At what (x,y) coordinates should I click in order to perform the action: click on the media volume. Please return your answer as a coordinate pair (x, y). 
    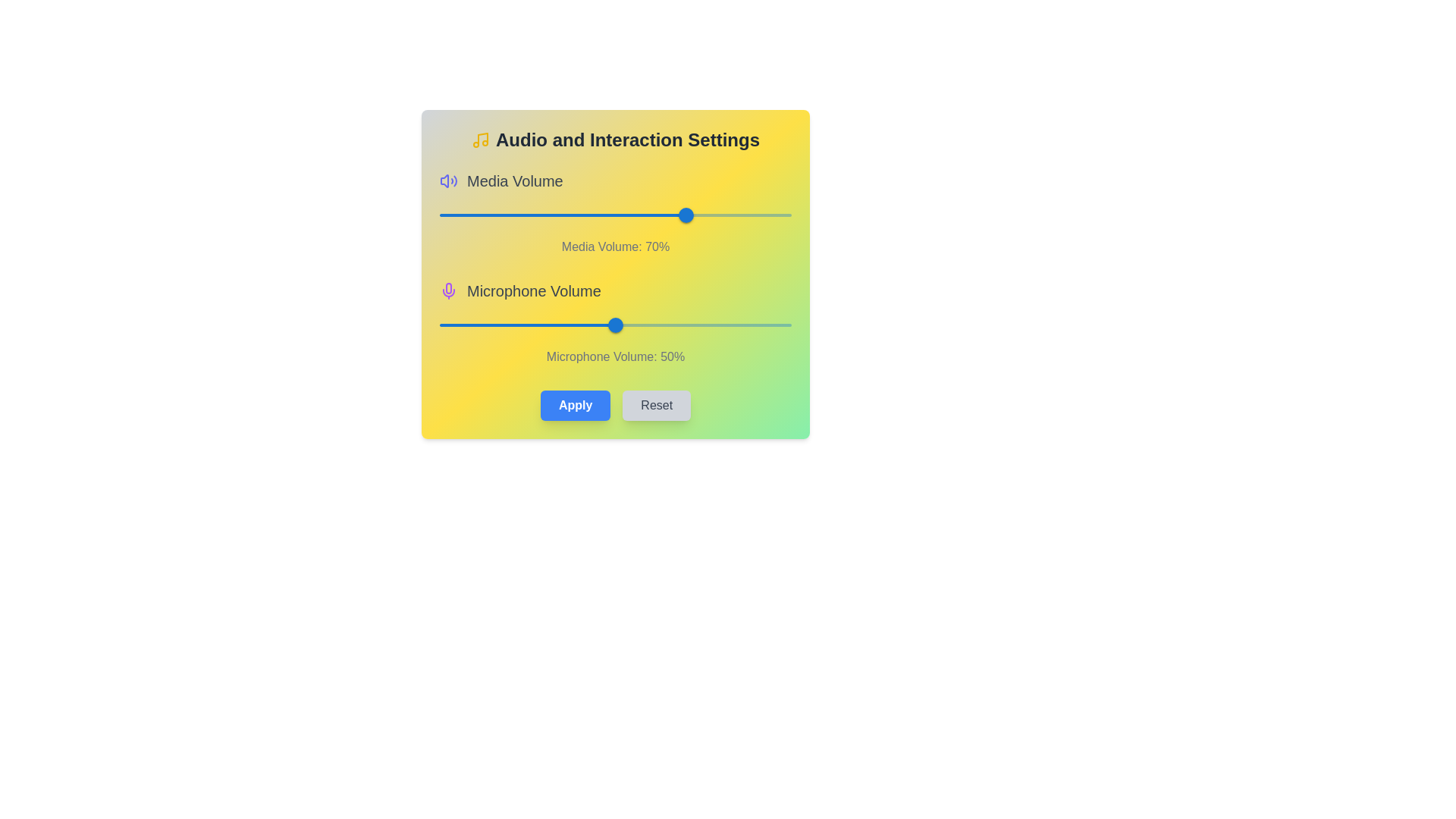
    Looking at the image, I should click on (460, 215).